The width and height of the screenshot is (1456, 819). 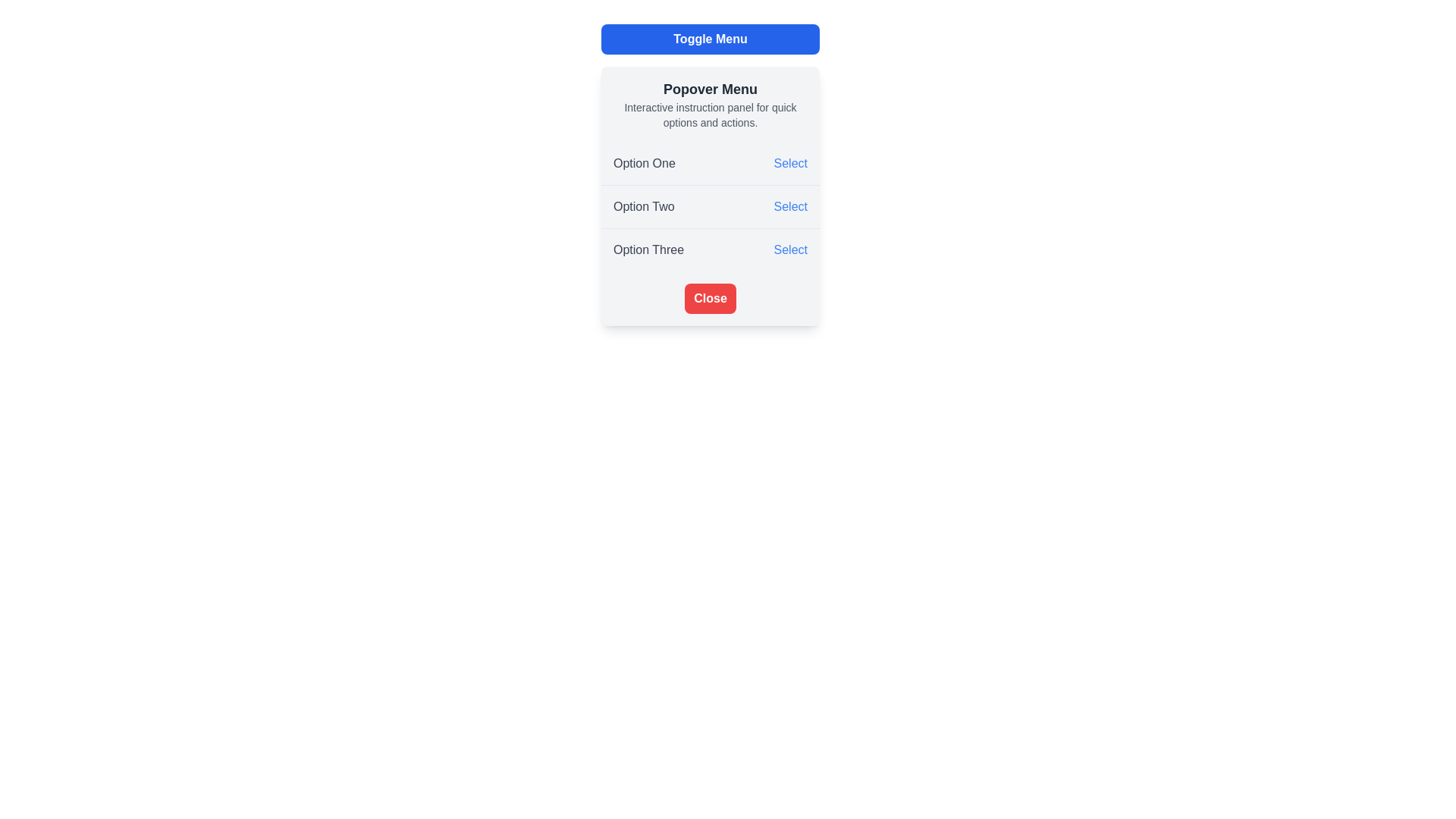 What do you see at coordinates (709, 298) in the screenshot?
I see `the red 'Close' button with rounded corners at the bottom of the popover menu` at bounding box center [709, 298].